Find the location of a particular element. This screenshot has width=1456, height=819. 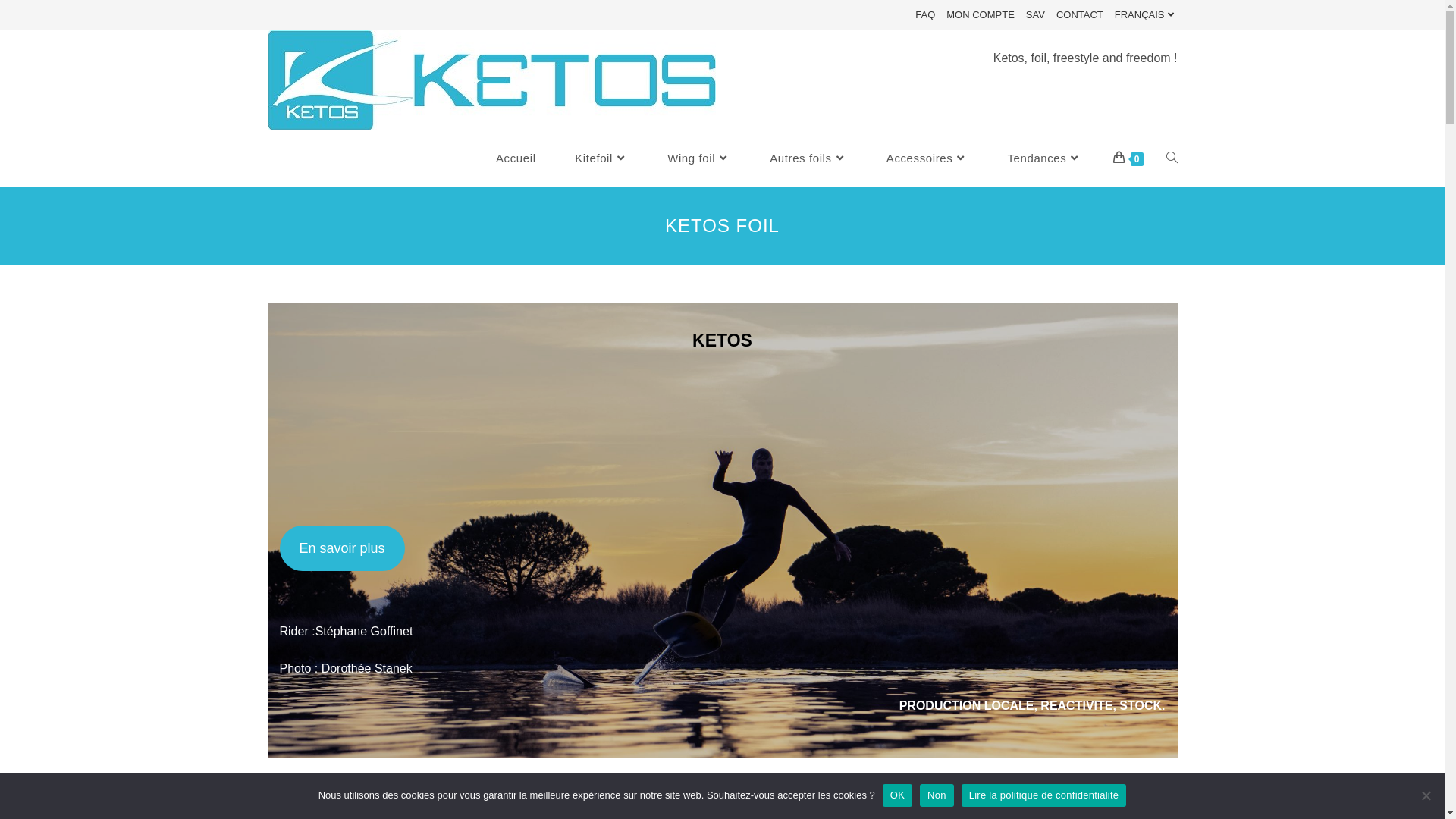

'En savoir plus' is located at coordinates (340, 548).